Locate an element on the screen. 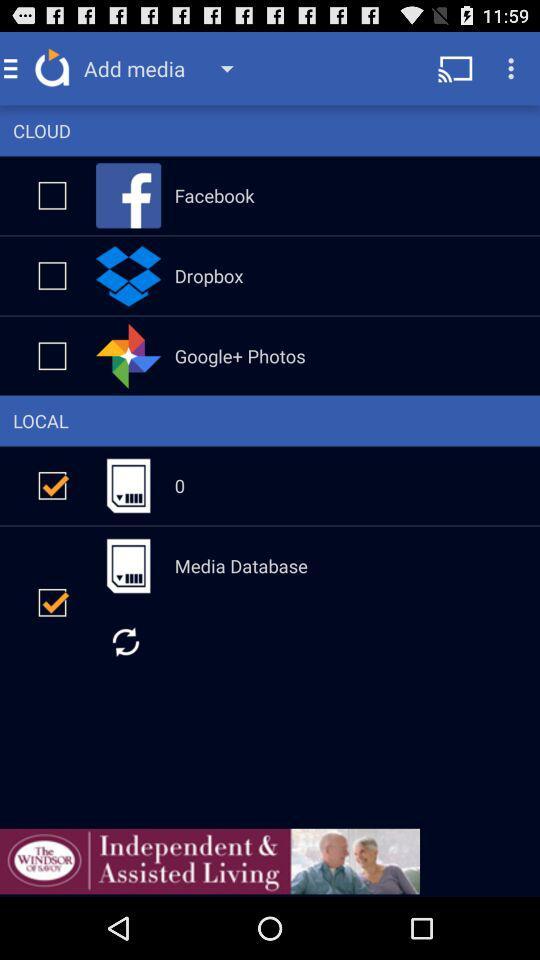 The image size is (540, 960). tick option is located at coordinates (52, 484).